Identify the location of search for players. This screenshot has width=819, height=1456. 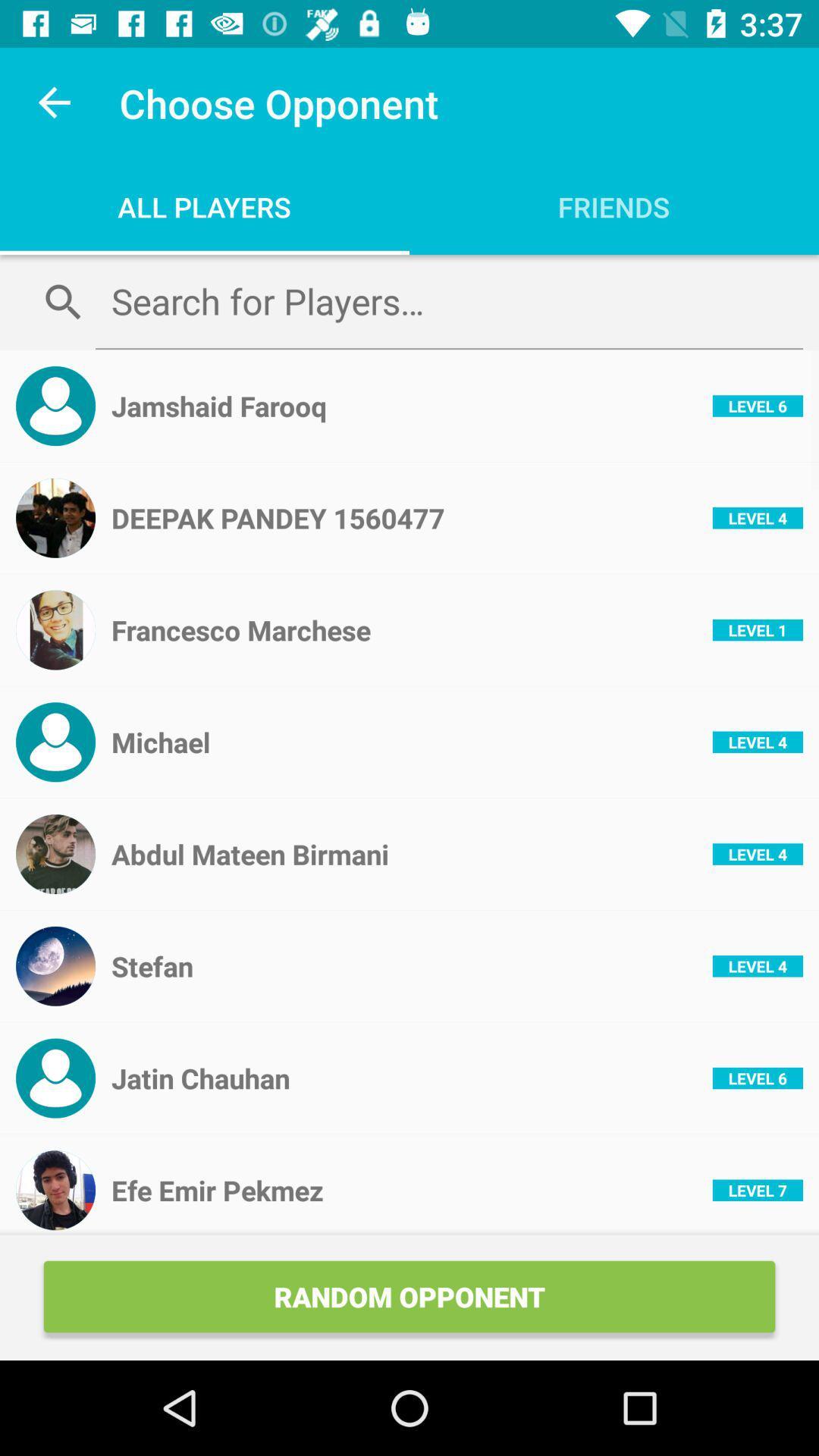
(448, 301).